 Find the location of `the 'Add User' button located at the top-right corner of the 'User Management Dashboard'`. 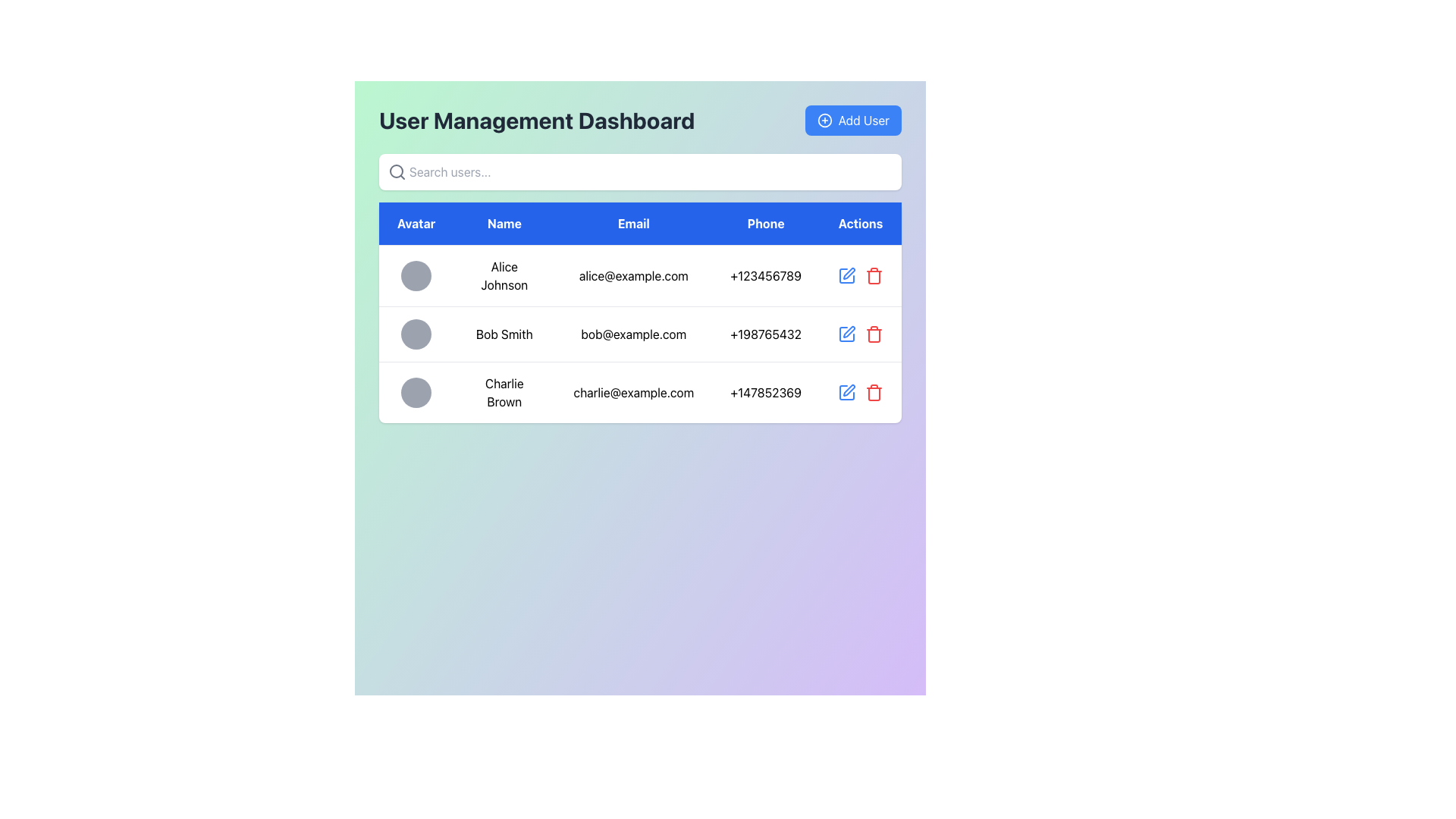

the 'Add User' button located at the top-right corner of the 'User Management Dashboard' is located at coordinates (853, 119).